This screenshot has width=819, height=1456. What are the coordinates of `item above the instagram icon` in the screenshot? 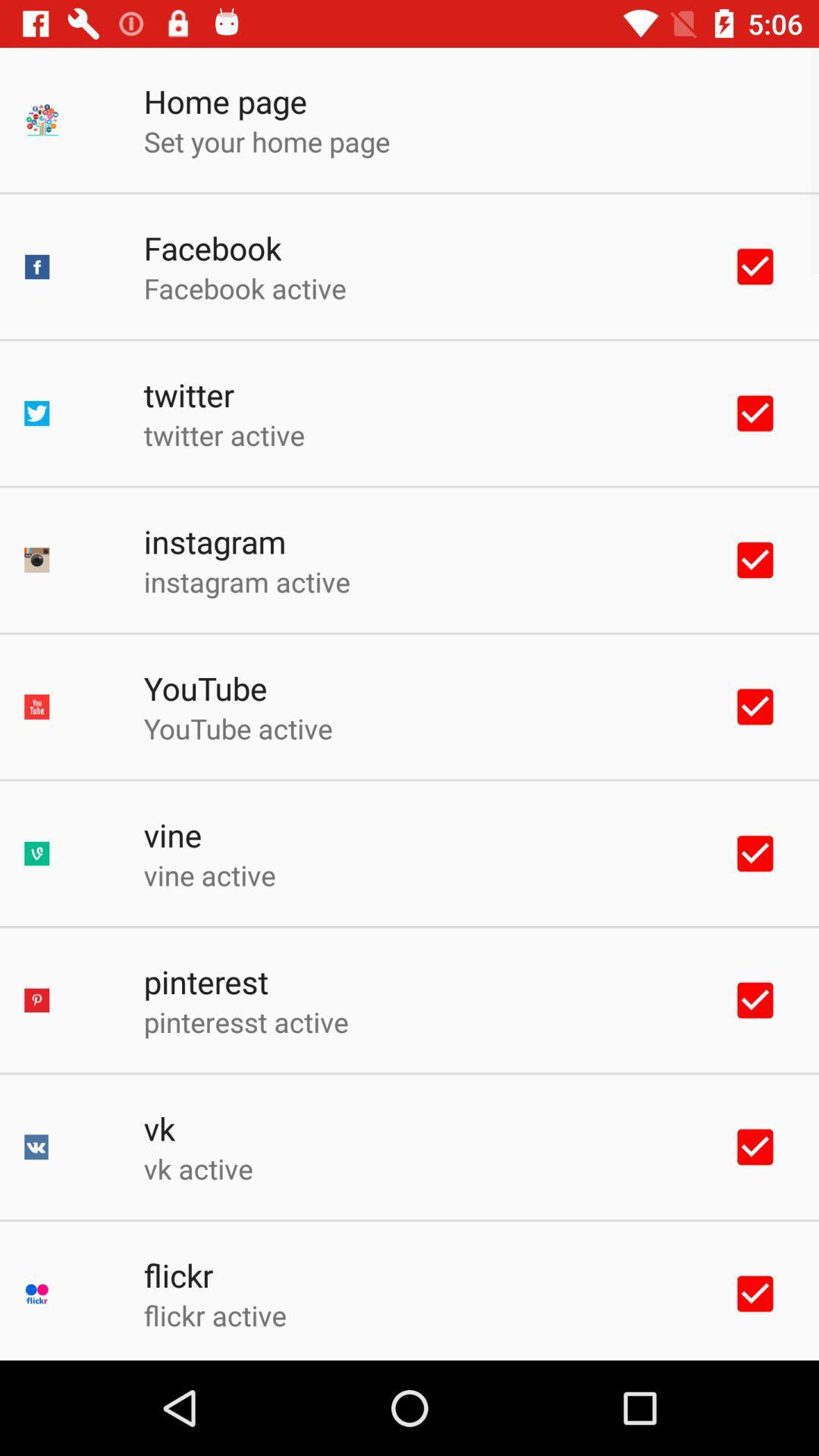 It's located at (224, 434).